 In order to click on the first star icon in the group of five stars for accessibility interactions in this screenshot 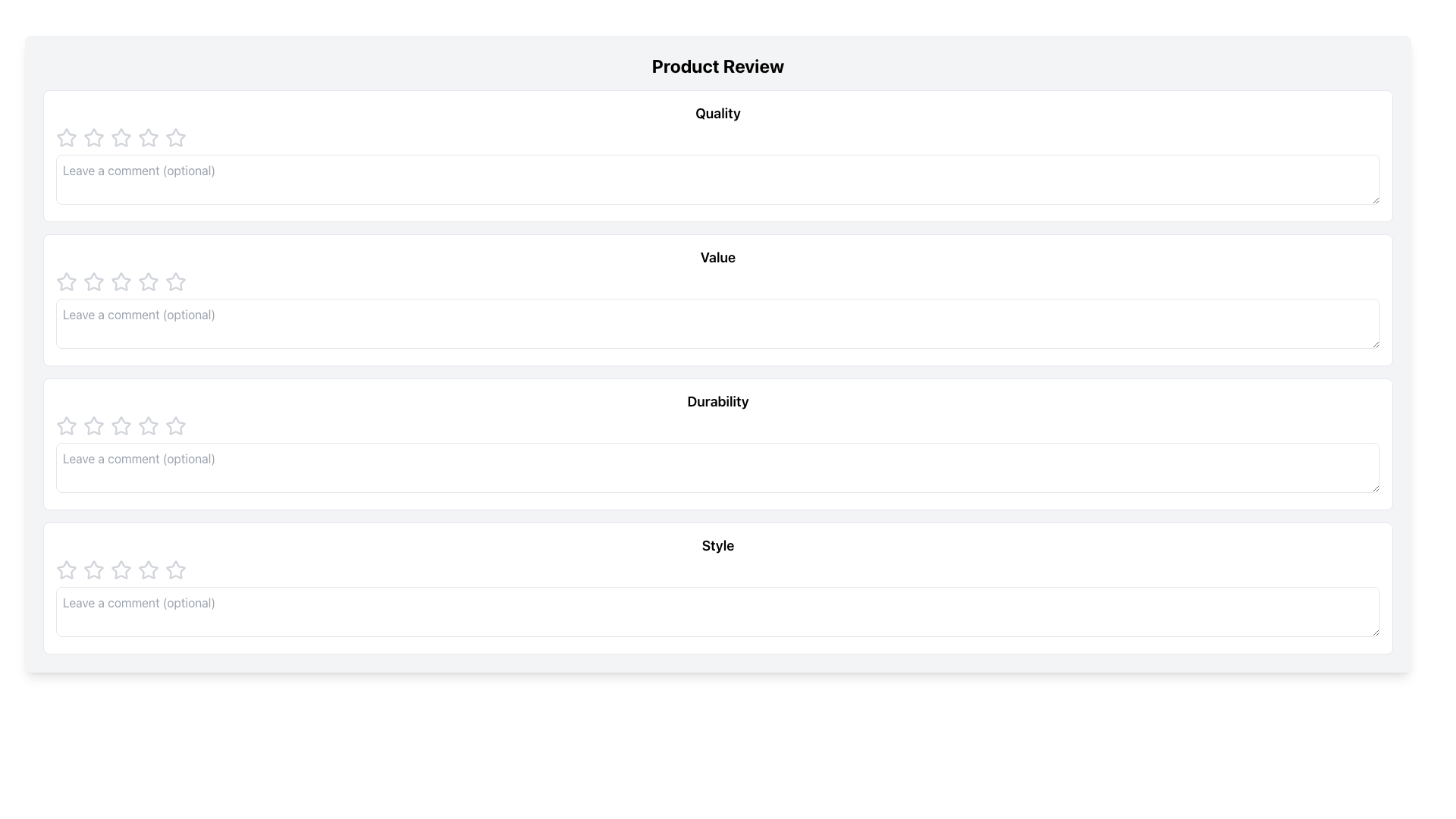, I will do `click(93, 137)`.